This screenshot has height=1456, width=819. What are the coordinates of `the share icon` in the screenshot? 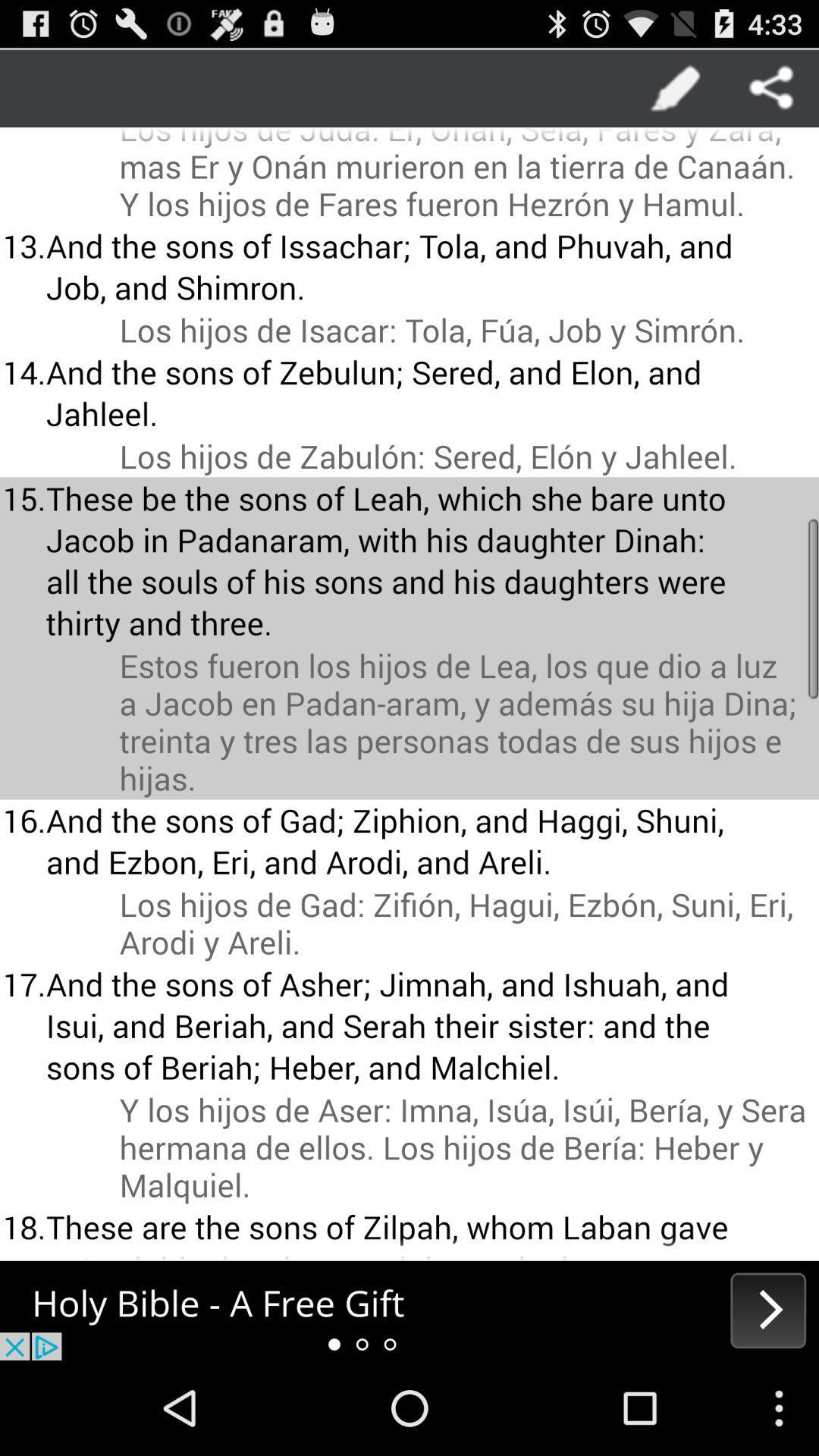 It's located at (771, 93).